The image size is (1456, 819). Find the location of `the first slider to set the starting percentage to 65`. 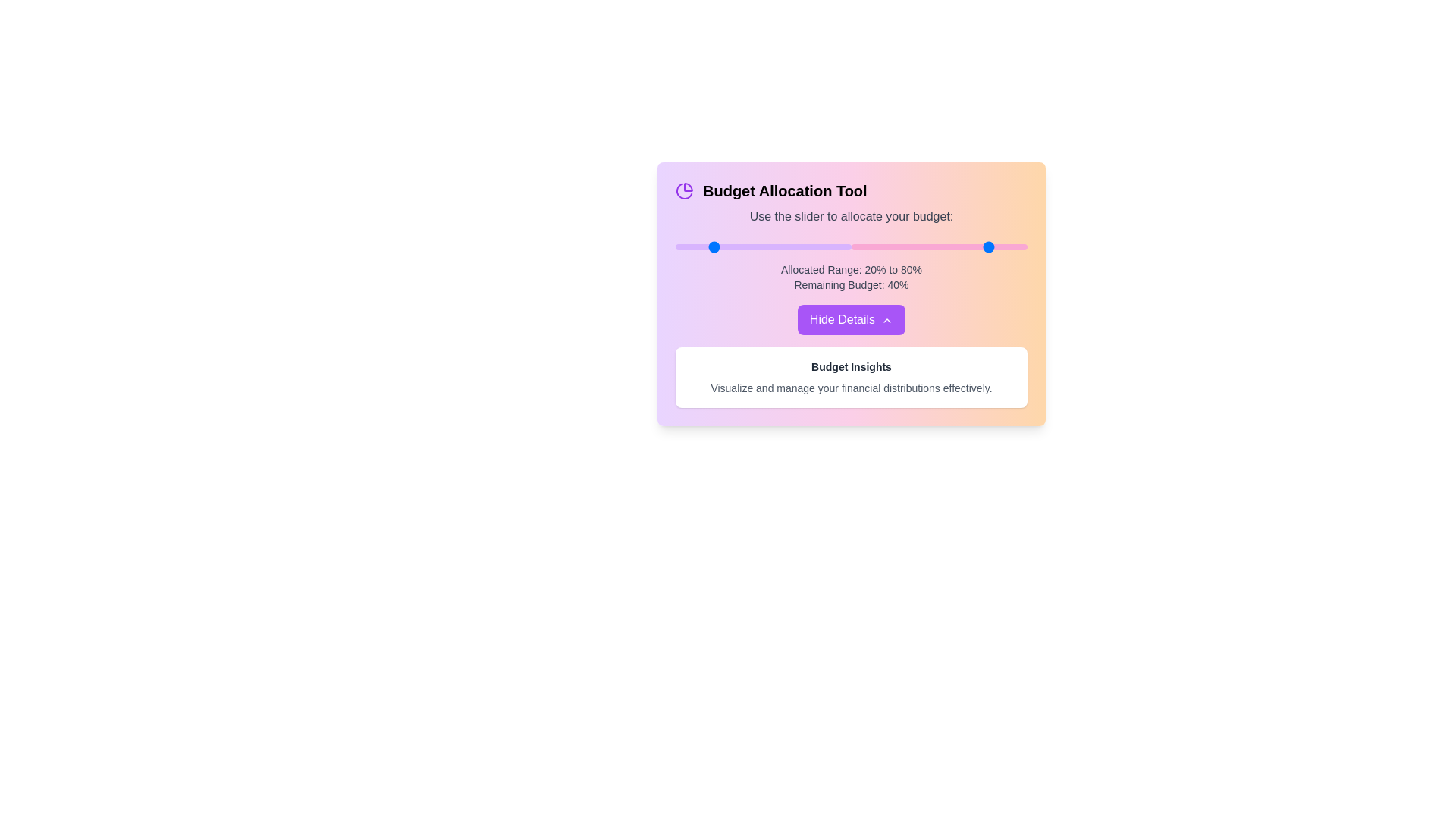

the first slider to set the starting percentage to 65 is located at coordinates (789, 246).